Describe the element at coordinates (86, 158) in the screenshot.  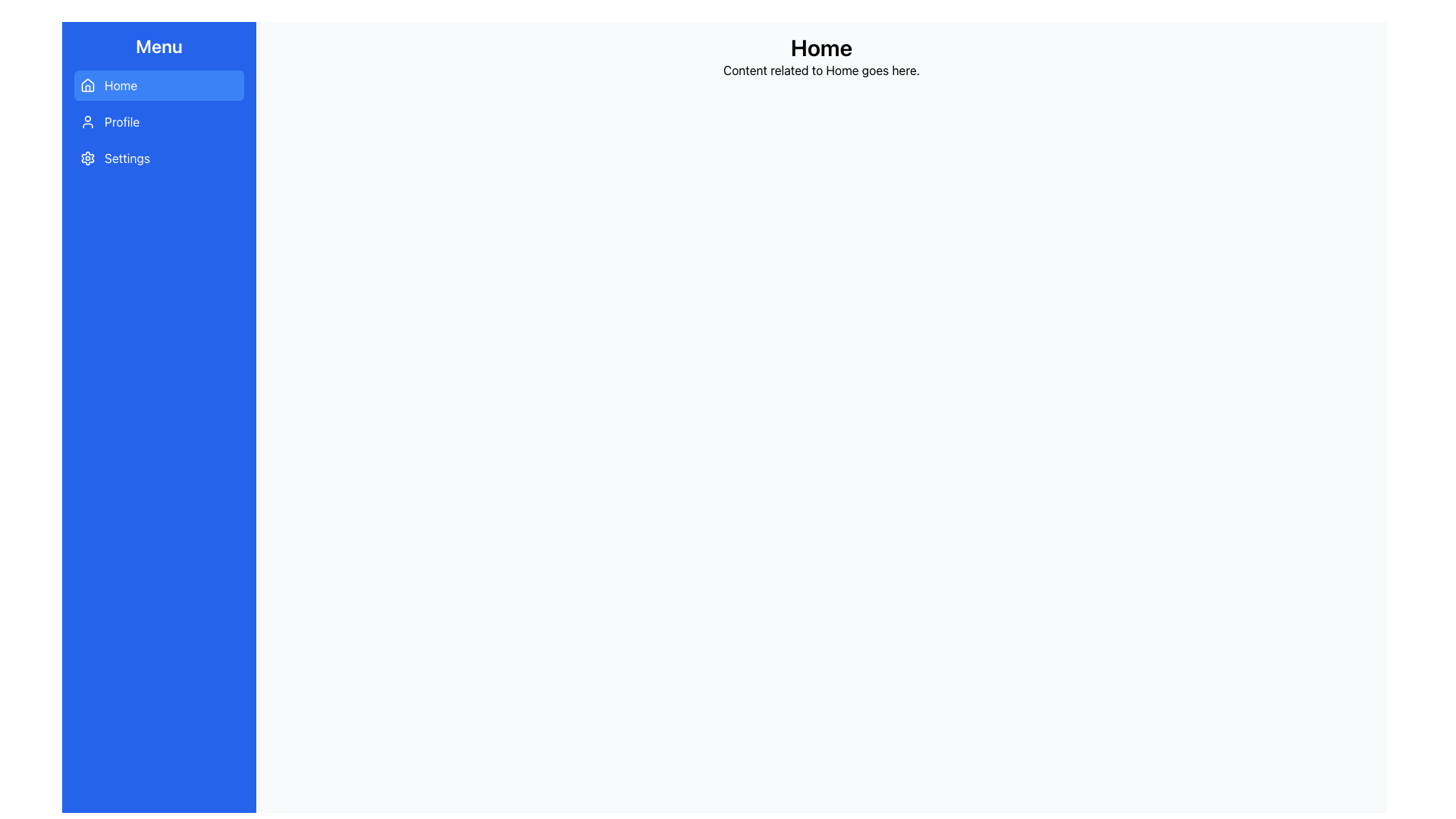
I see `the 'Settings' icon located in the vertical navigation bar` at that location.